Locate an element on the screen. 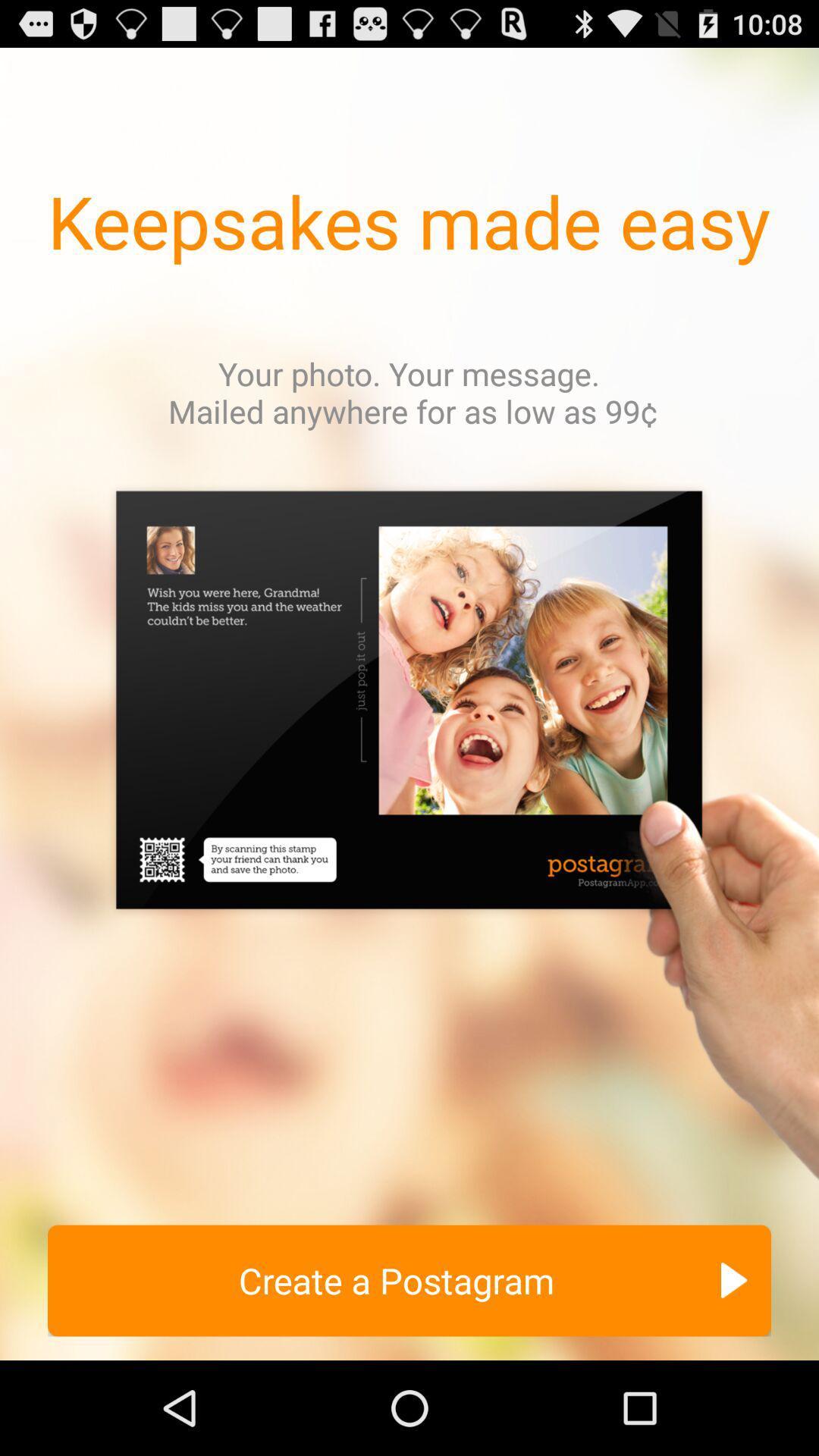 The height and width of the screenshot is (1456, 819). postagram icon is located at coordinates (409, 839).